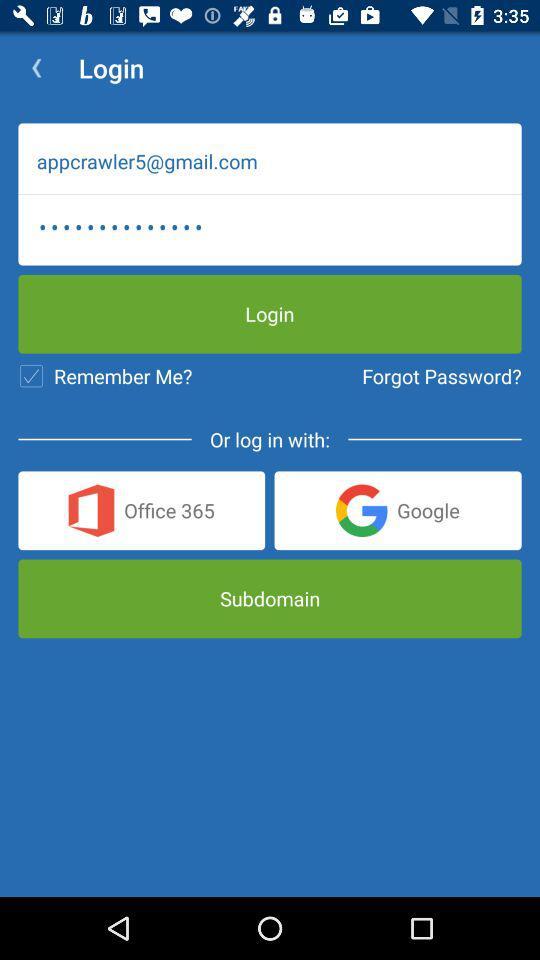 The width and height of the screenshot is (540, 960). What do you see at coordinates (441, 375) in the screenshot?
I see `the forgot password? item` at bounding box center [441, 375].